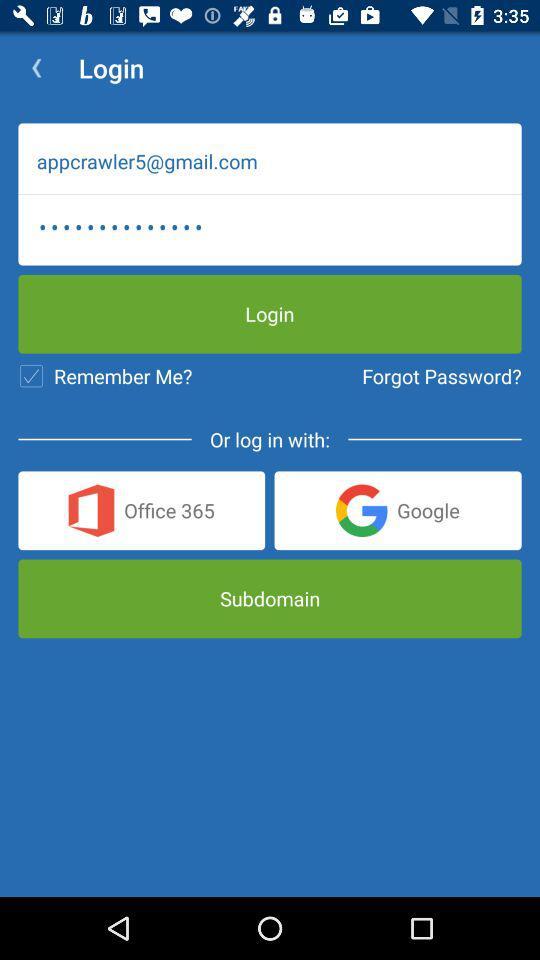 The width and height of the screenshot is (540, 960). What do you see at coordinates (441, 375) in the screenshot?
I see `the forgot password? item` at bounding box center [441, 375].